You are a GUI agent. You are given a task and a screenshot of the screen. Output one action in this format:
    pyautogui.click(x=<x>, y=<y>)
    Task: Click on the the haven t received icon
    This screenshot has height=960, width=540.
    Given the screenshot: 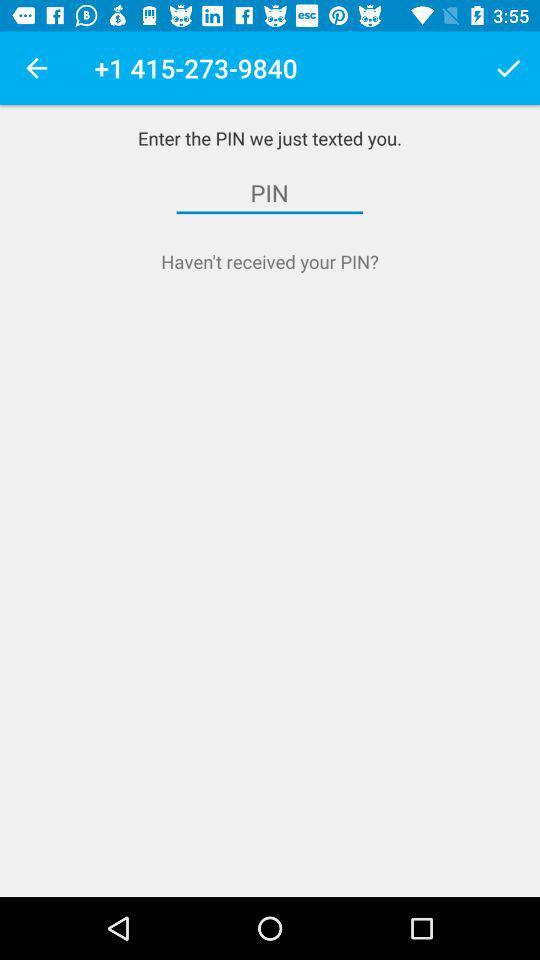 What is the action you would take?
    pyautogui.click(x=270, y=260)
    